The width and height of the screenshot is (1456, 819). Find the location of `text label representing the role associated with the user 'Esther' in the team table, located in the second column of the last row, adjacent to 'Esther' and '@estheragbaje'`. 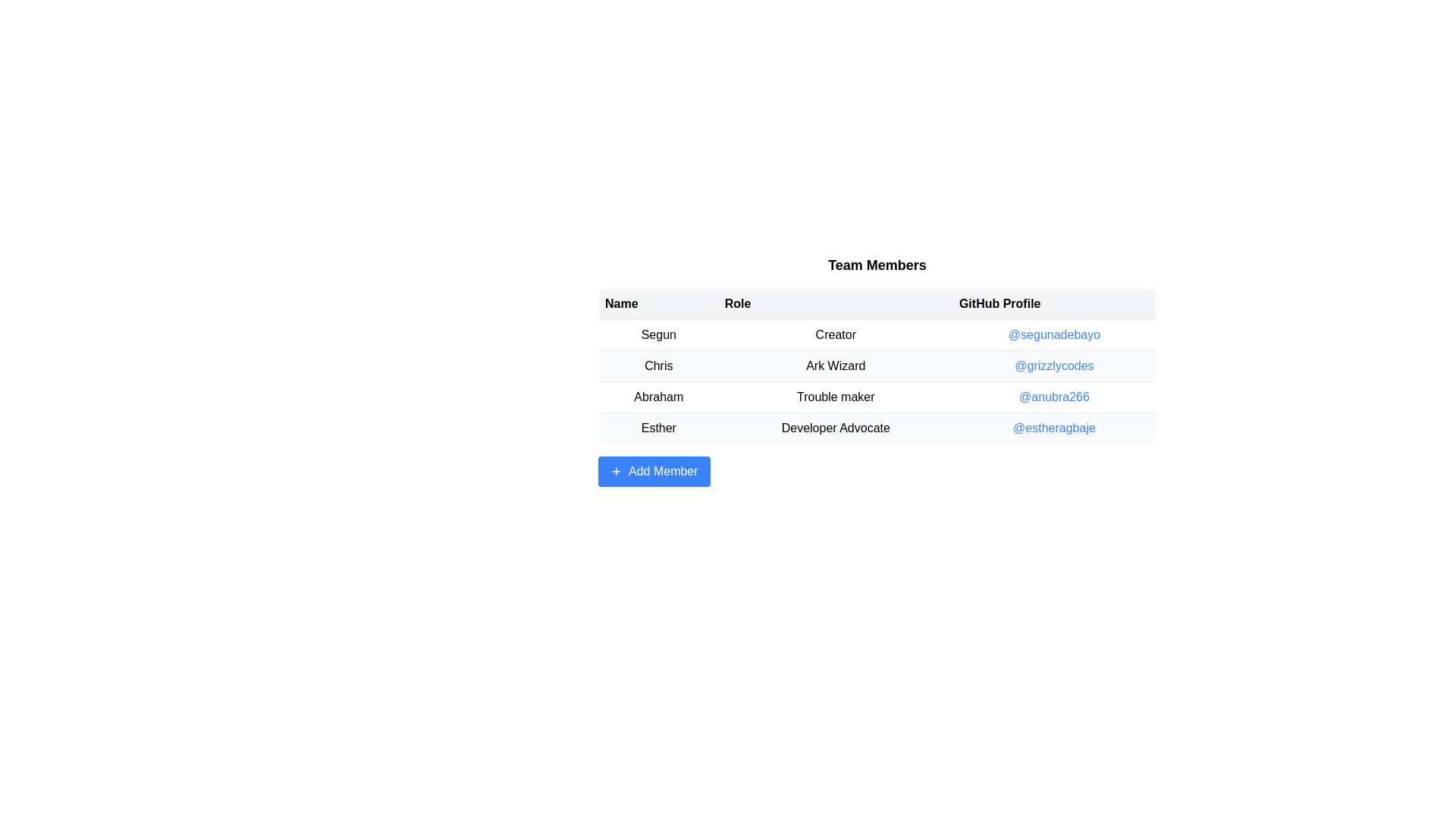

text label representing the role associated with the user 'Esther' in the team table, located in the second column of the last row, adjacent to 'Esther' and '@estheragbaje' is located at coordinates (835, 428).